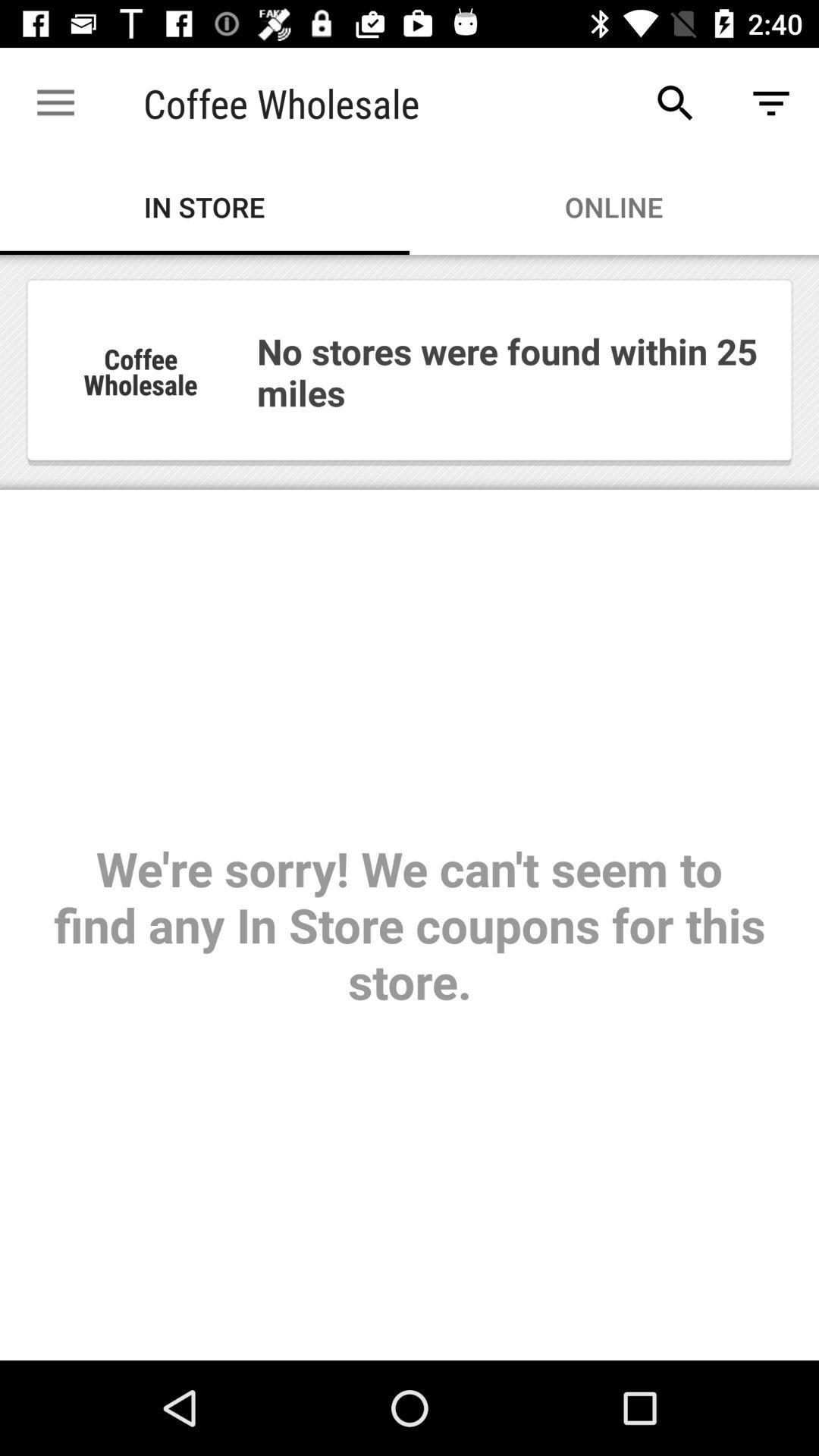 This screenshot has height=1456, width=819. I want to click on item below the in store item, so click(409, 807).